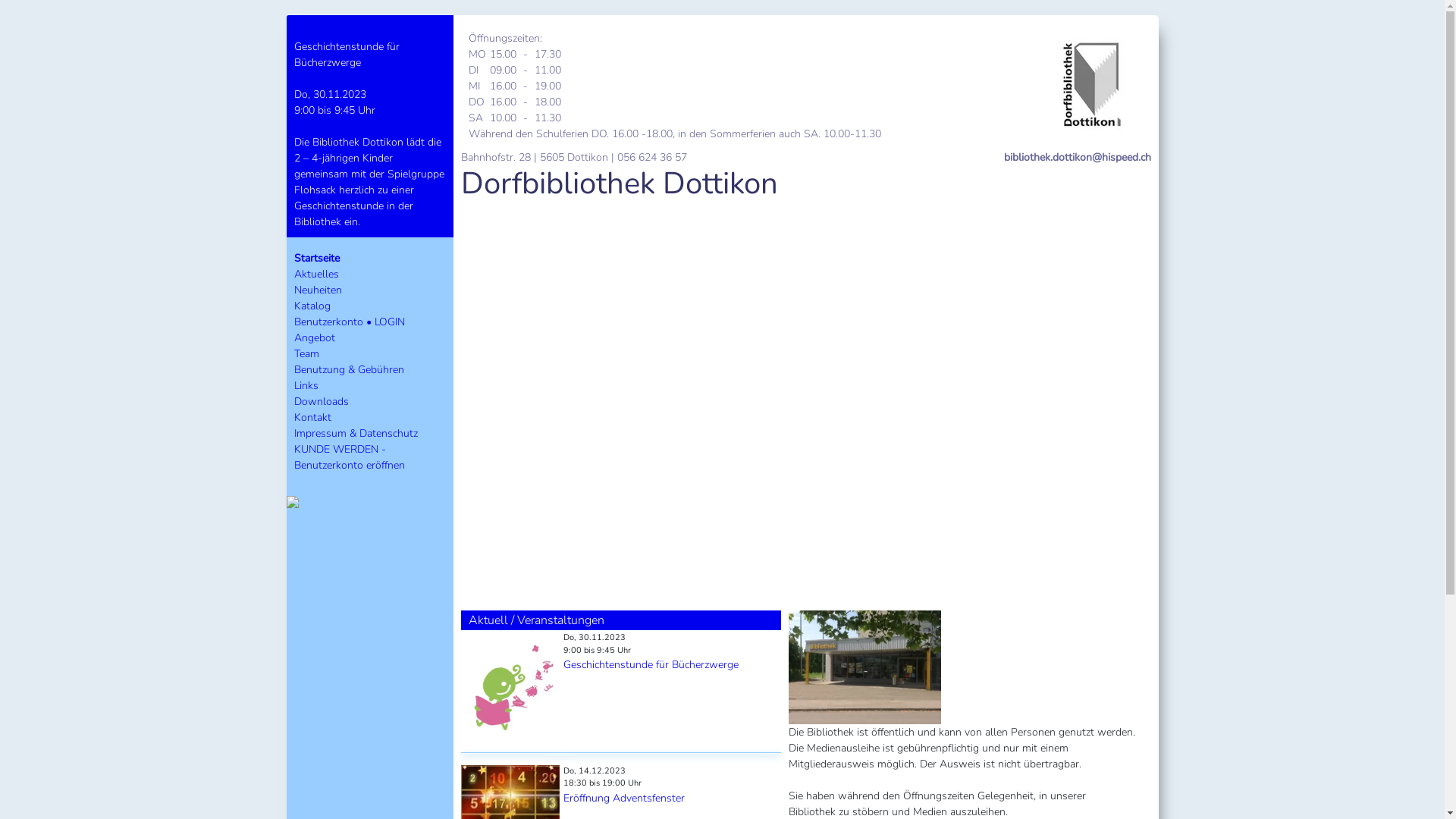 Image resolution: width=1456 pixels, height=819 pixels. I want to click on 'Downloads', so click(320, 400).